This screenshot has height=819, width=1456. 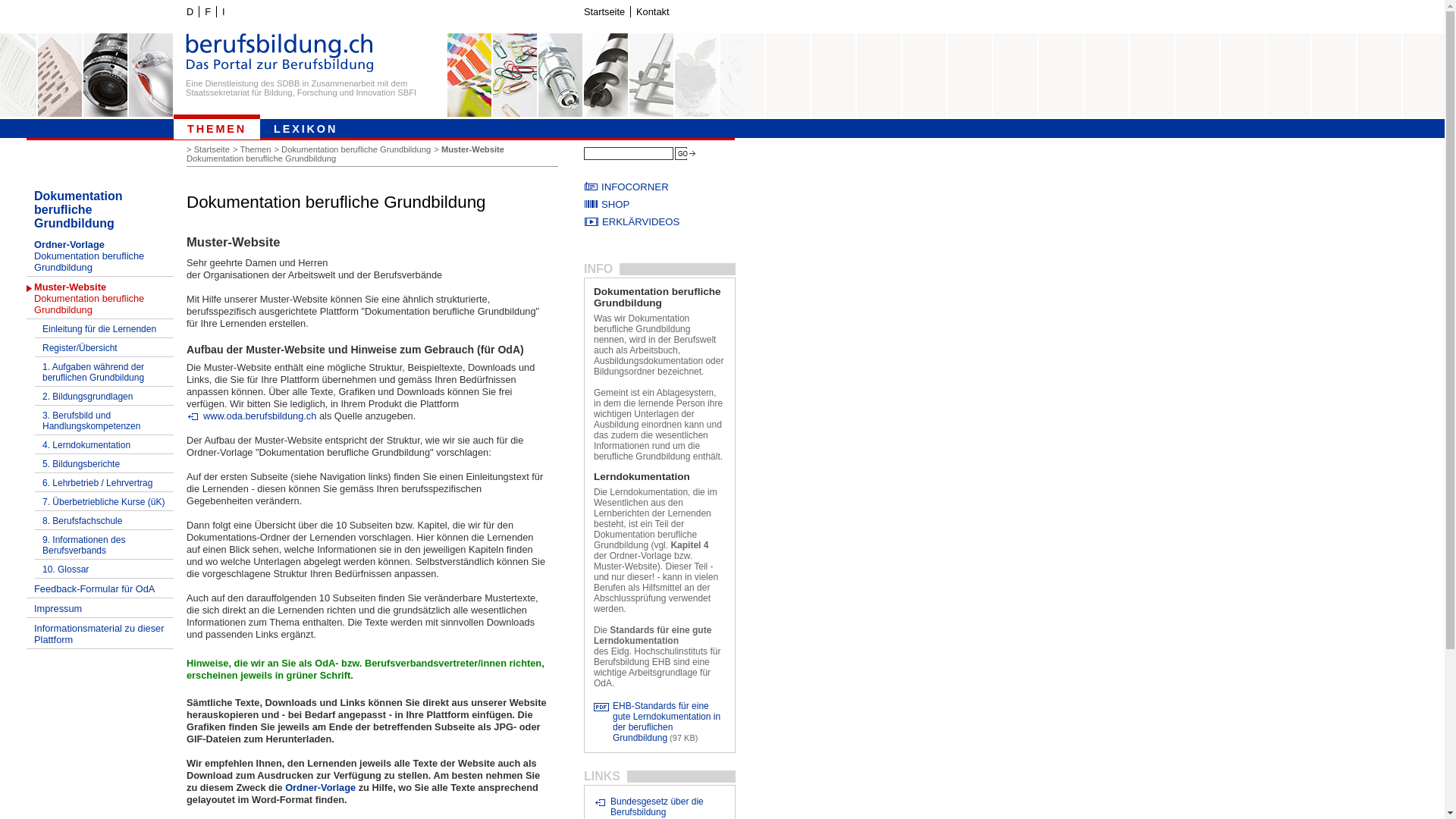 What do you see at coordinates (185, 416) in the screenshot?
I see `'www.oda.berufsbildung.ch'` at bounding box center [185, 416].